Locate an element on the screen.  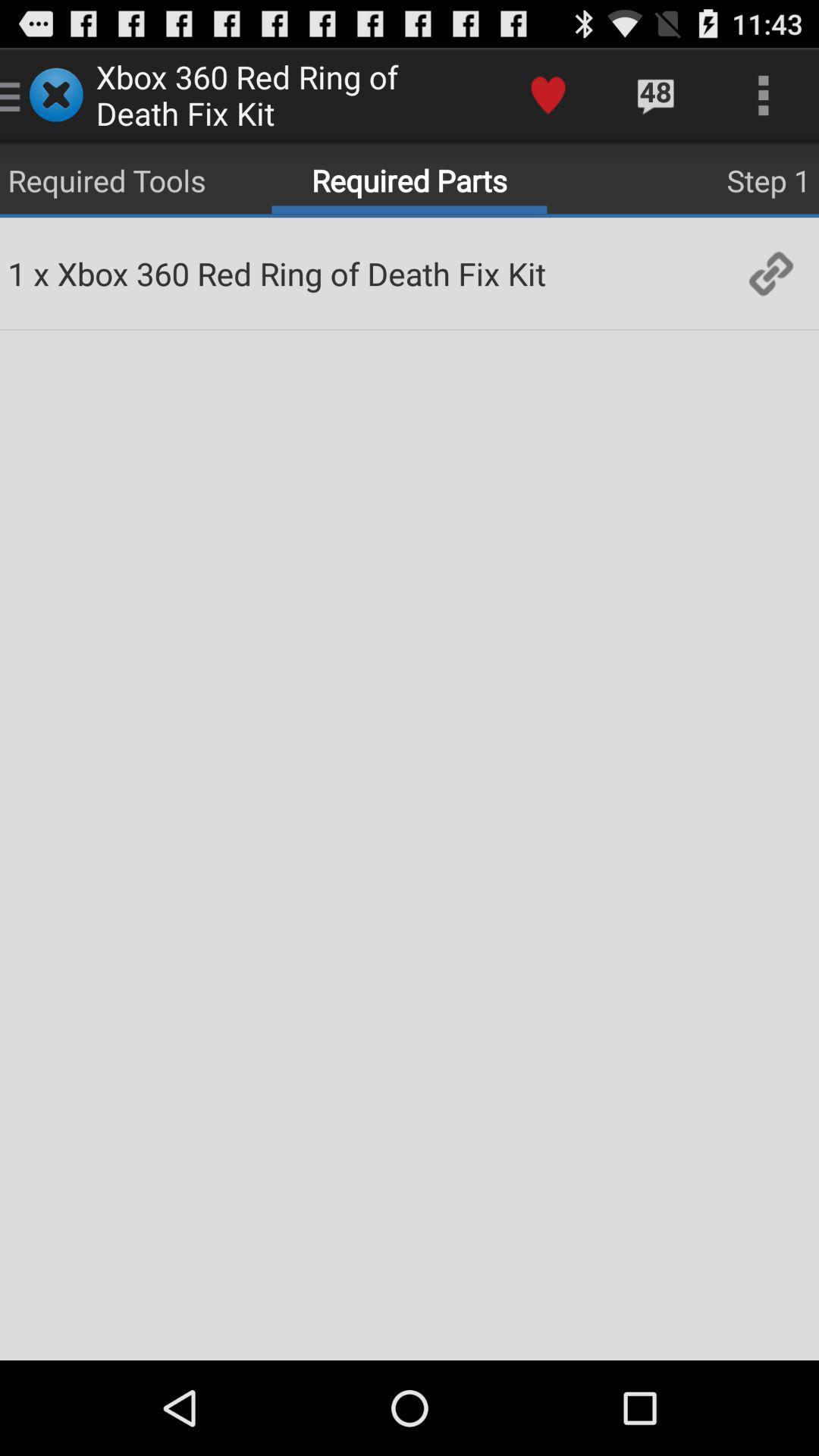
1 icon is located at coordinates (17, 273).